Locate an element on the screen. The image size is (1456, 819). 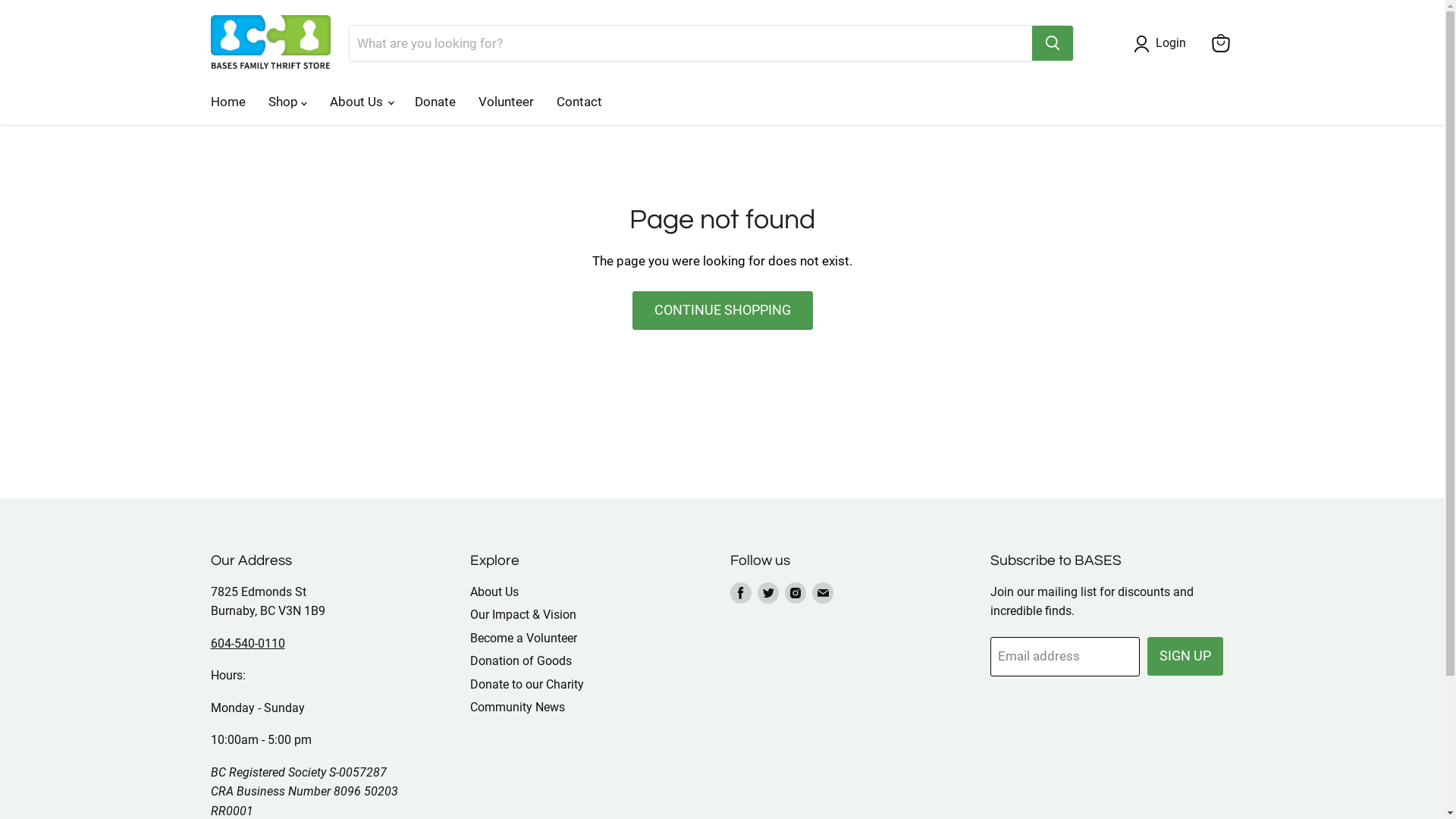
'Our Impact & Vision' is located at coordinates (523, 614).